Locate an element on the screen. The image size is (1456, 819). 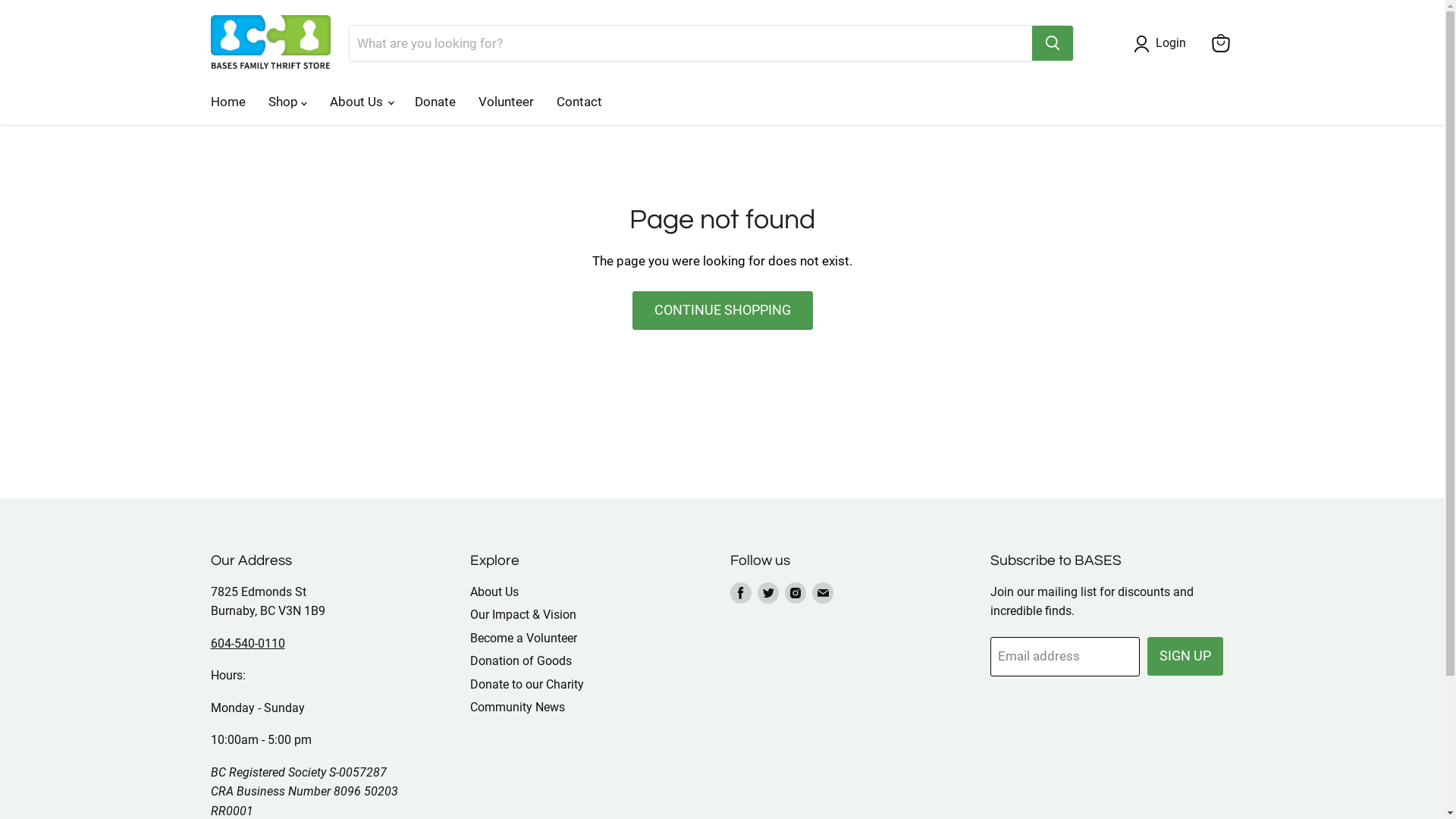
'Our Impact & Vision' is located at coordinates (523, 614).